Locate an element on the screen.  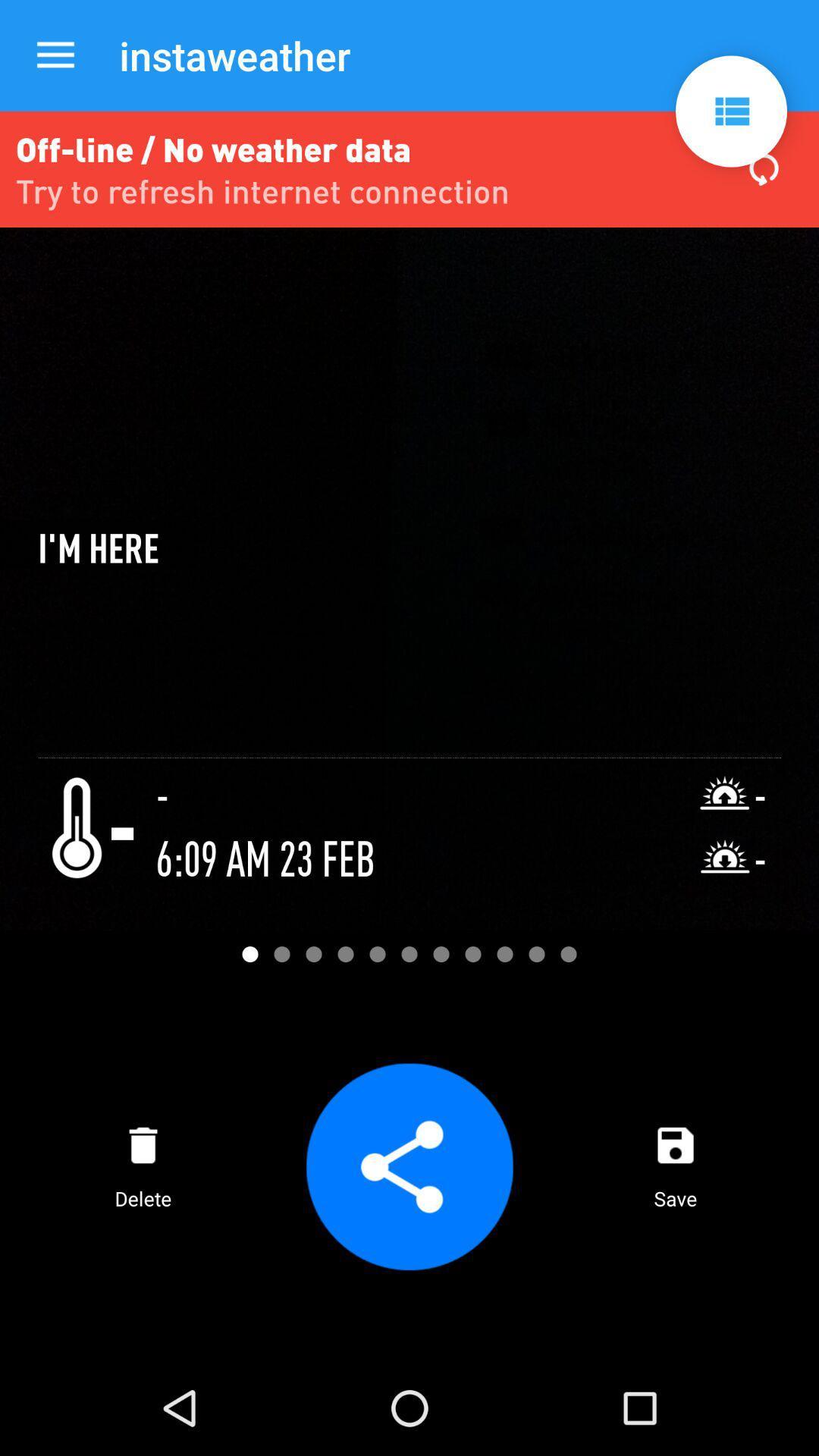
the icon next to delete item is located at coordinates (409, 1166).